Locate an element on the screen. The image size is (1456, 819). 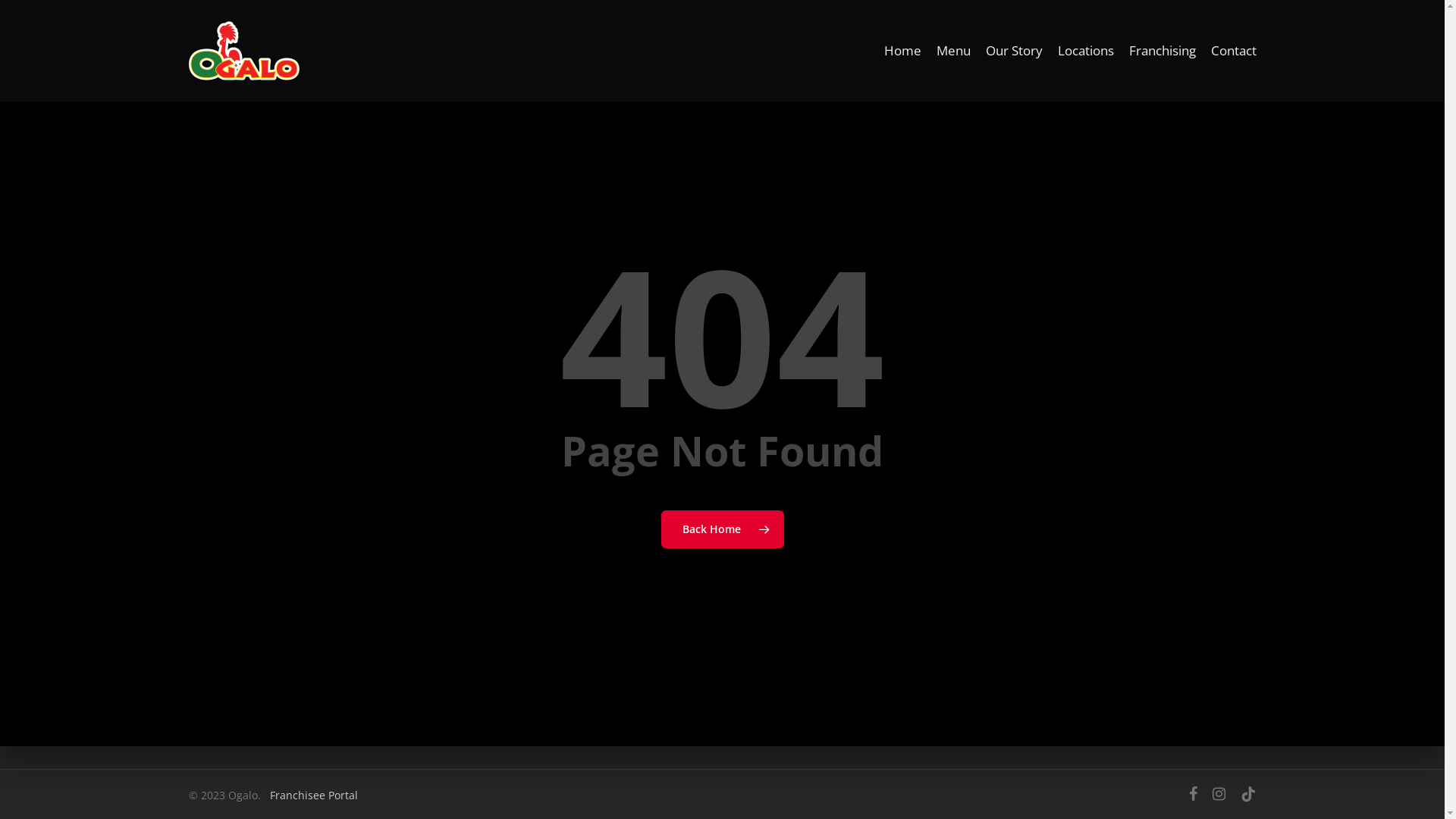
'instagram' is located at coordinates (1219, 792).